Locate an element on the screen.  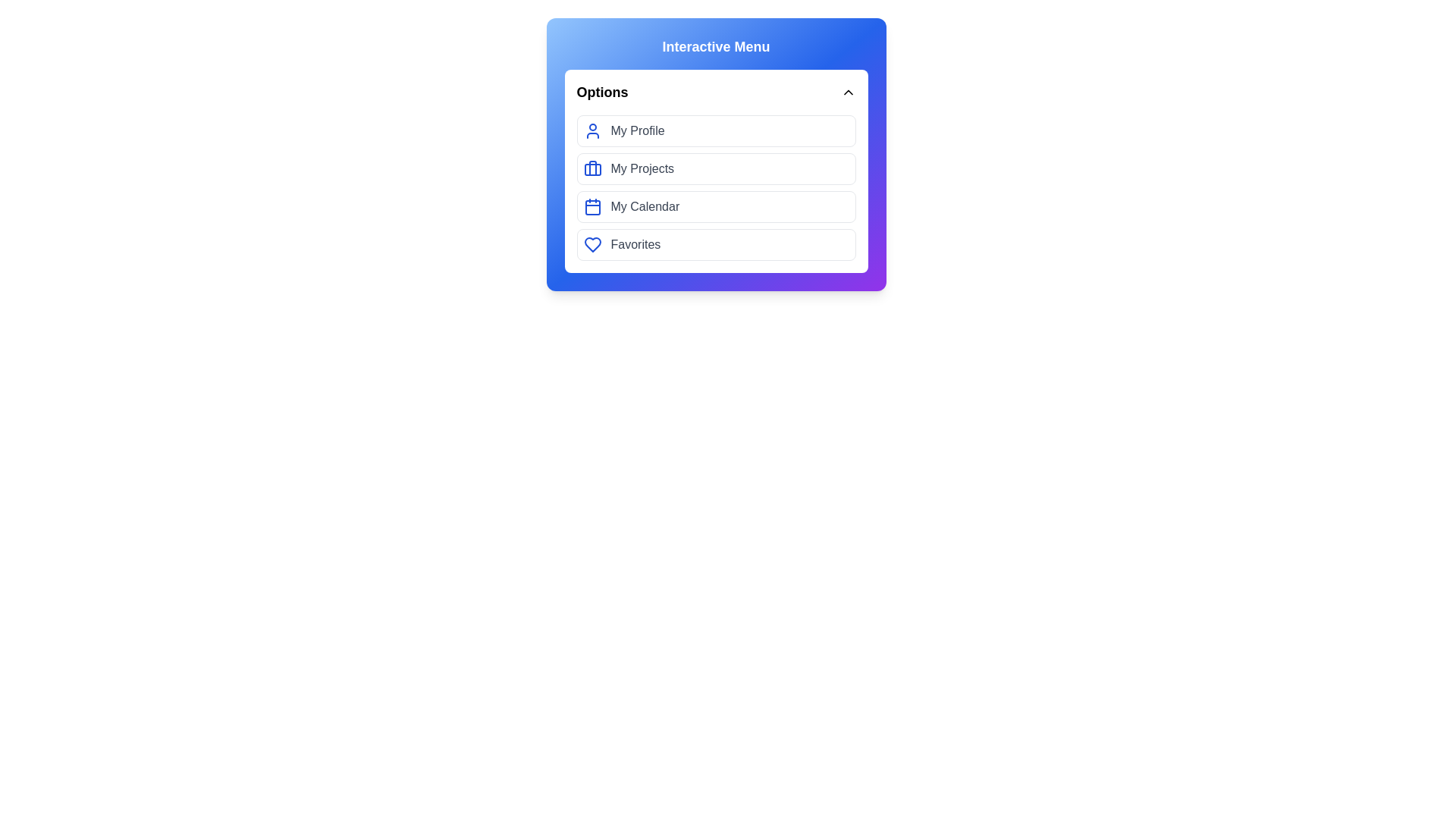
the 'My Calendar' button is located at coordinates (715, 207).